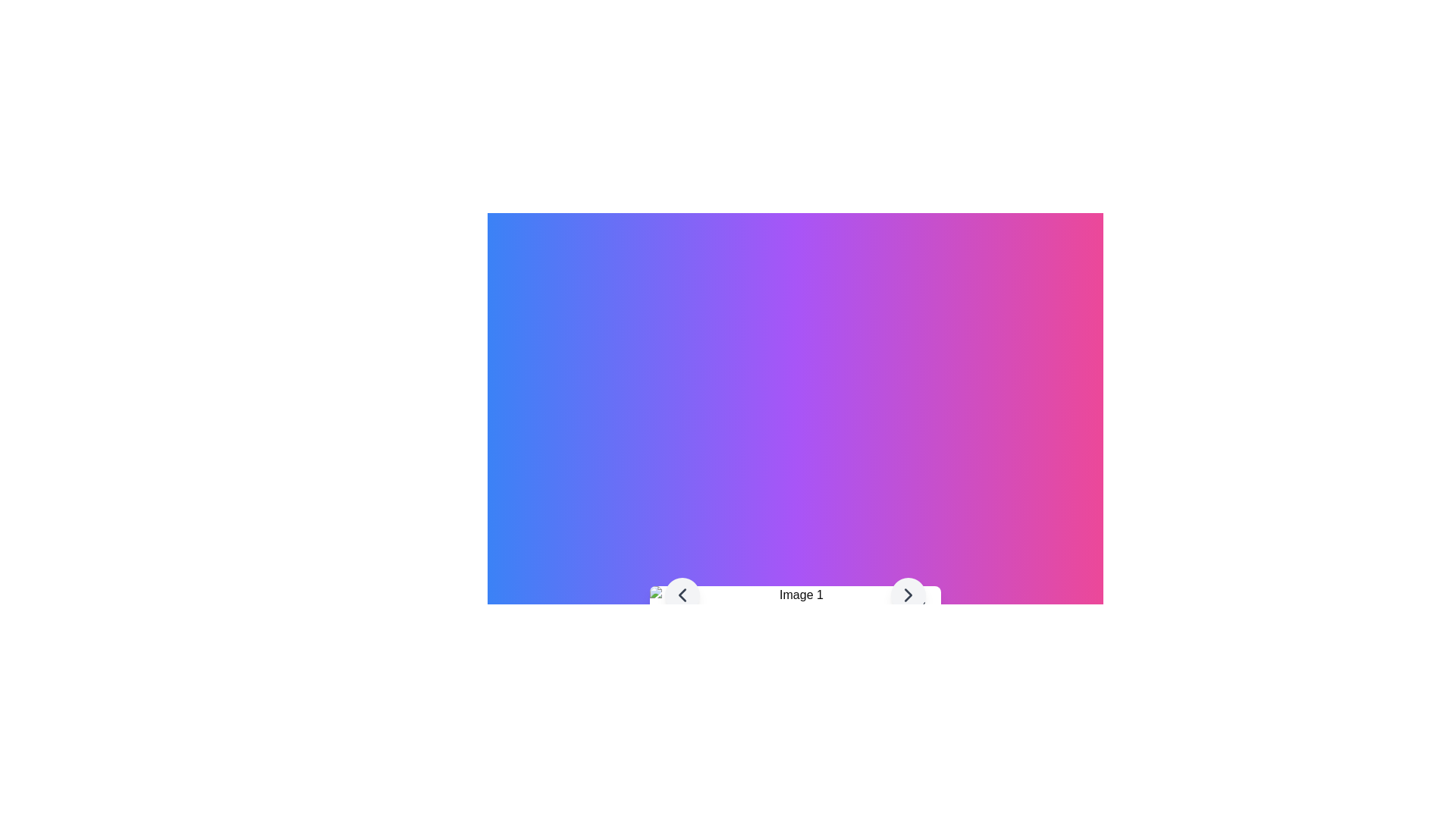 This screenshot has width=1456, height=819. Describe the element at coordinates (682, 595) in the screenshot. I see `the backward navigation button with a chevron icon located on the far-left side of the image navigation controls` at that location.